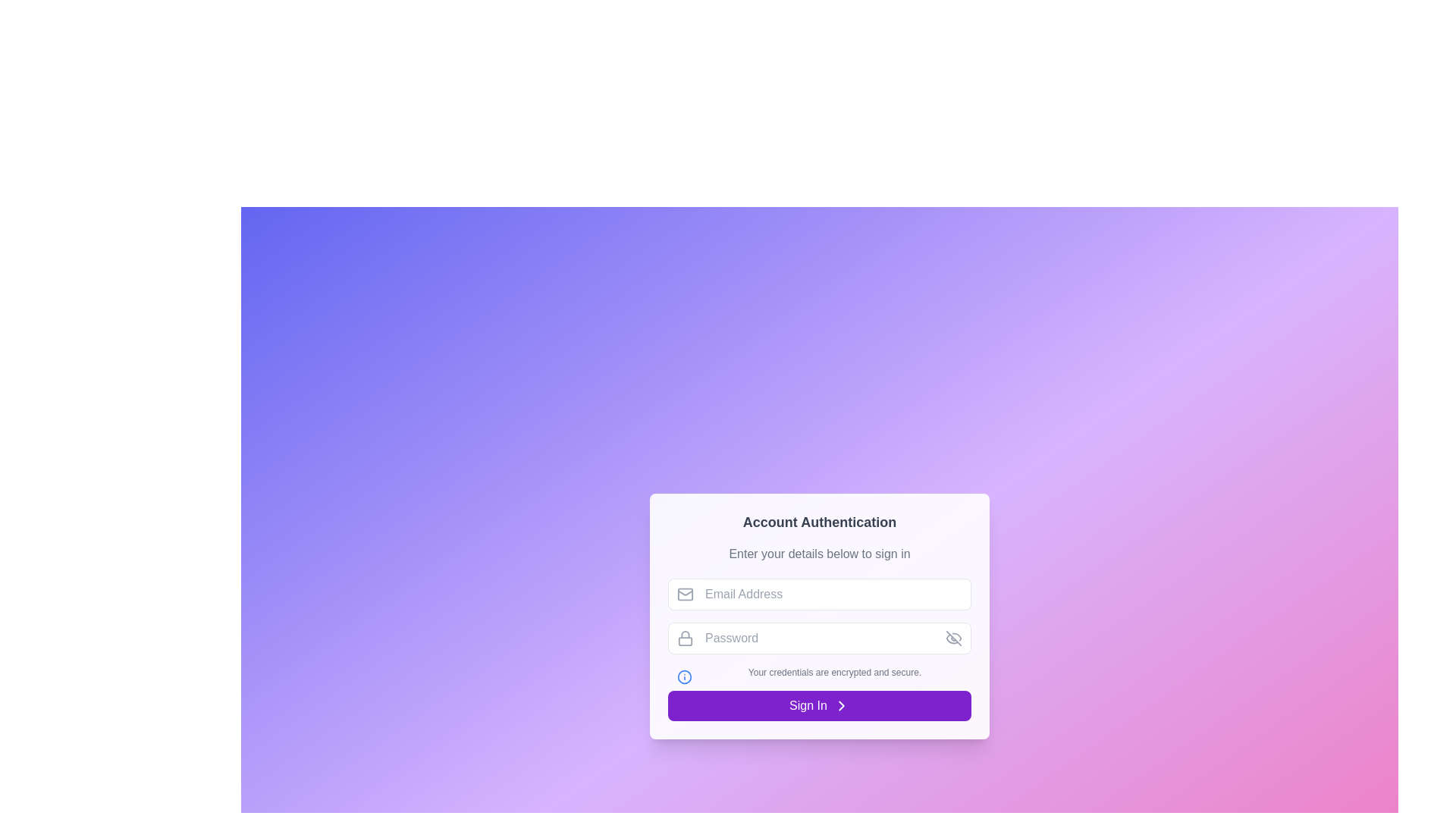 Image resolution: width=1456 pixels, height=819 pixels. I want to click on the email input field located below the header 'Enter your details below to sign in' and above the password input field by tabbing to it, so click(818, 593).